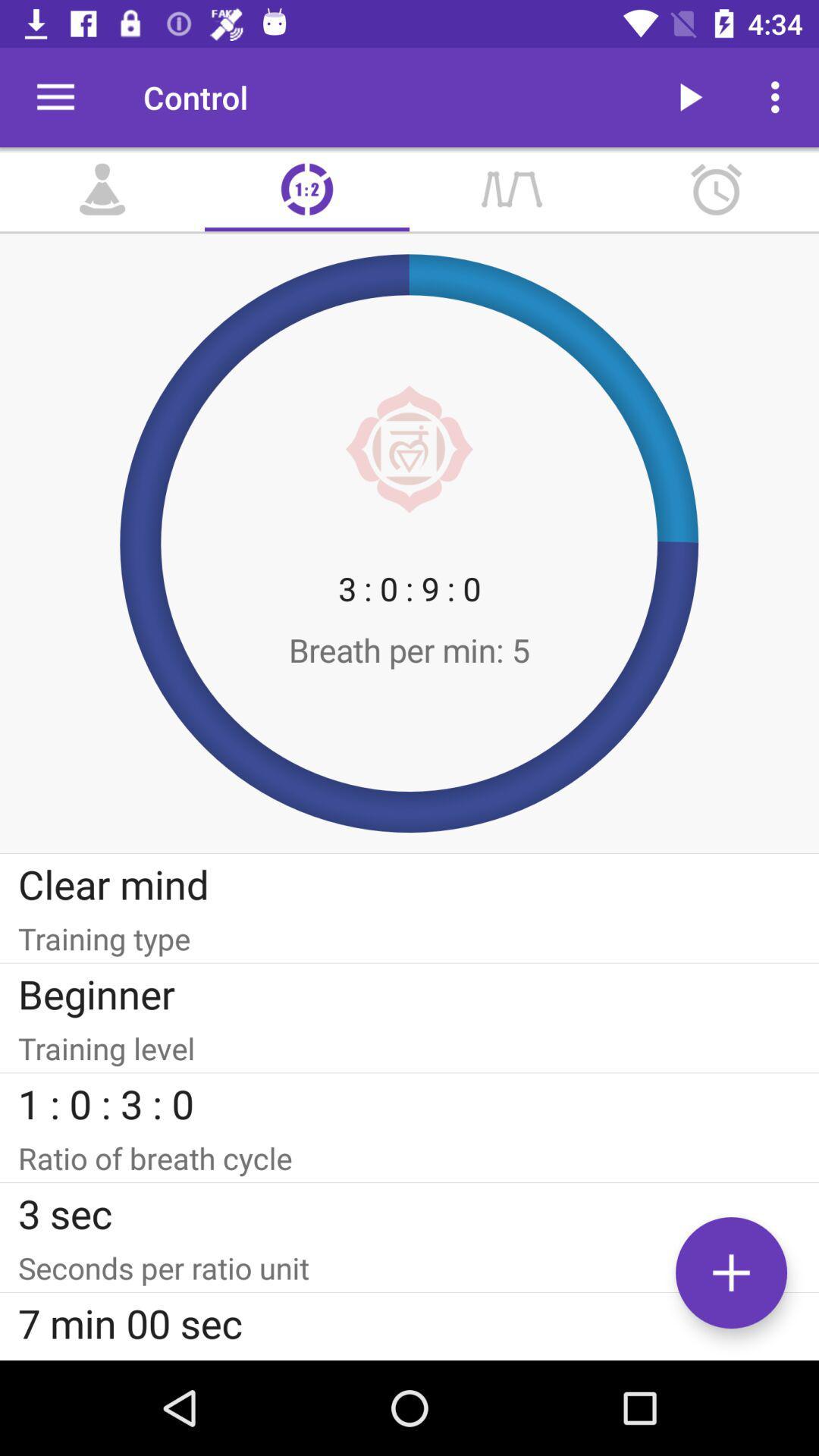 The width and height of the screenshot is (819, 1456). What do you see at coordinates (409, 1322) in the screenshot?
I see `7 min 00` at bounding box center [409, 1322].